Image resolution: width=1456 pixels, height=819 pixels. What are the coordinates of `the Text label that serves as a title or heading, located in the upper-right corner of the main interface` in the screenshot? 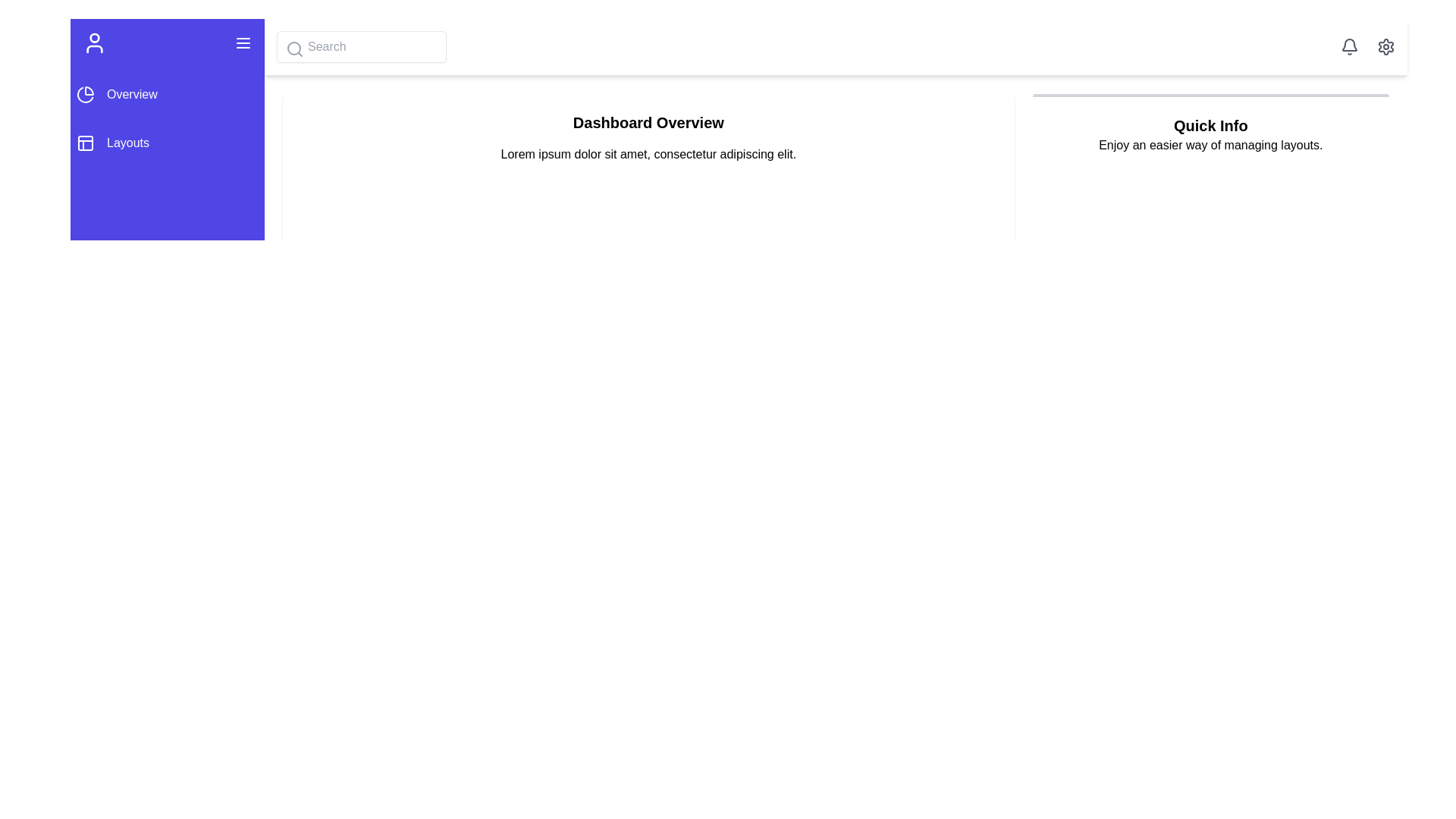 It's located at (1210, 124).